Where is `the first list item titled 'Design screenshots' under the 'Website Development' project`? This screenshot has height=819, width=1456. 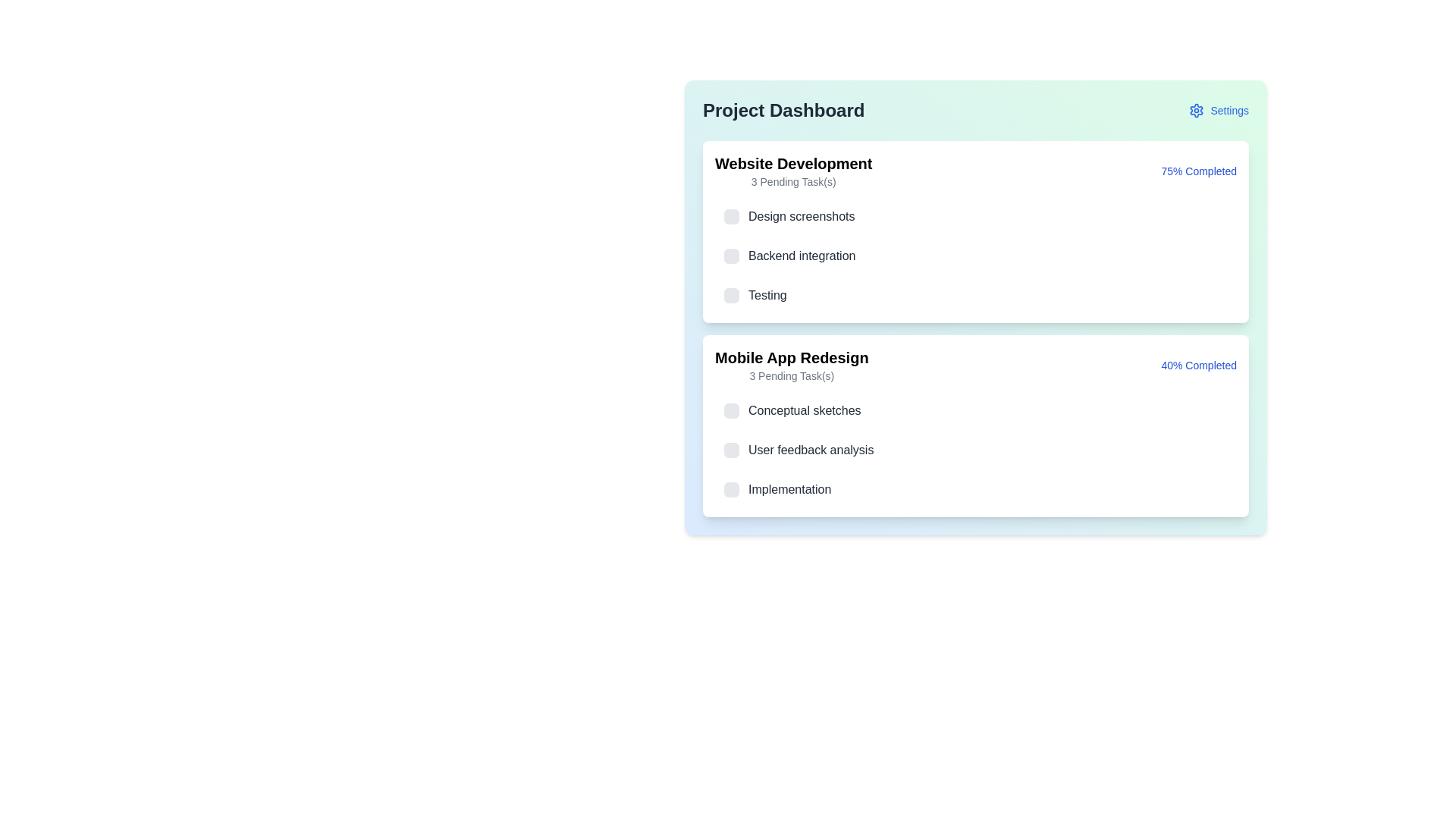
the first list item titled 'Design screenshots' under the 'Website Development' project is located at coordinates (975, 216).